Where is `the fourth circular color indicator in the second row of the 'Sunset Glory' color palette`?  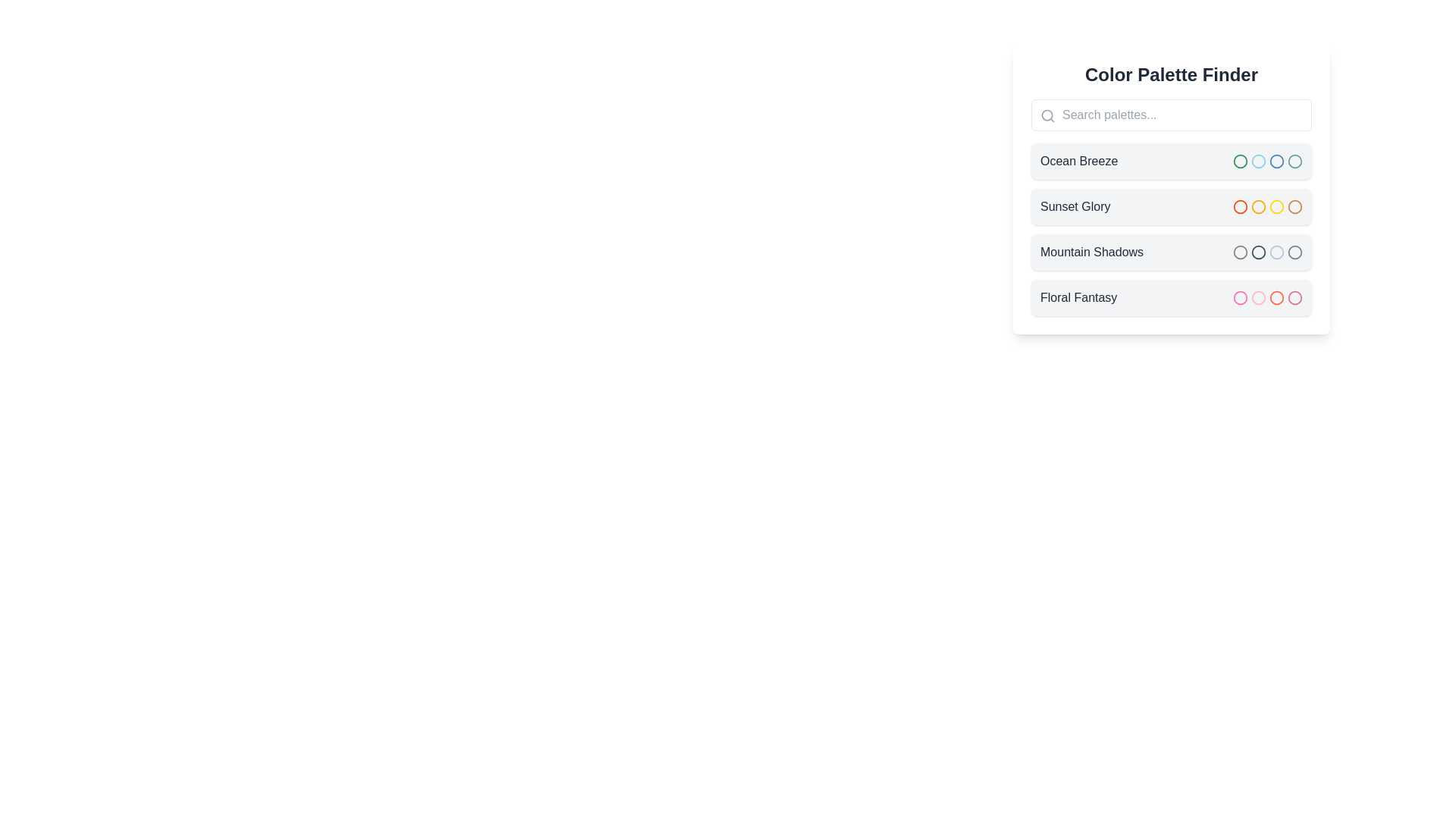 the fourth circular color indicator in the second row of the 'Sunset Glory' color palette is located at coordinates (1276, 207).